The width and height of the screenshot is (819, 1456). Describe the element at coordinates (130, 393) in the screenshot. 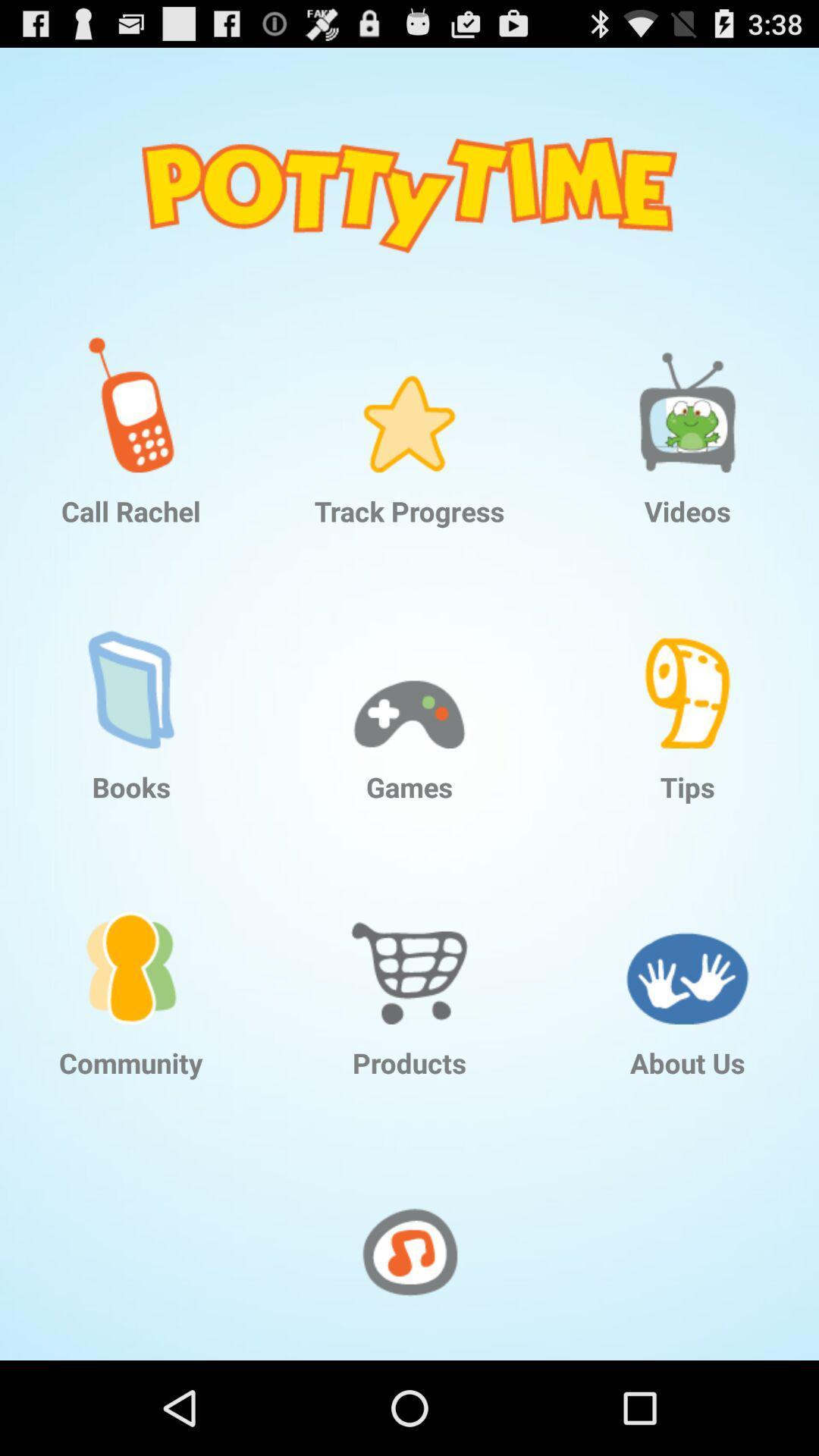

I see `item at the top left corner` at that location.